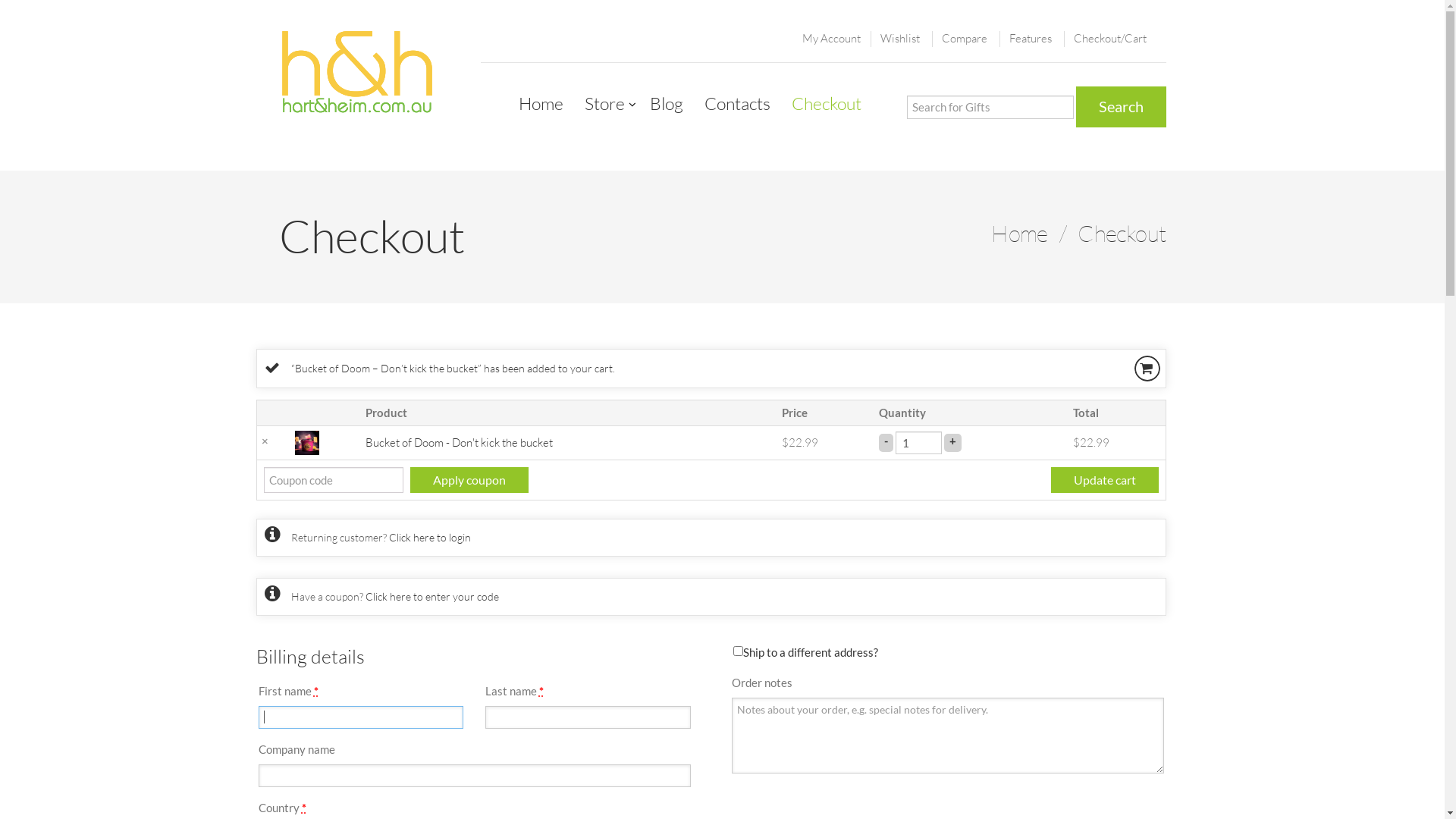  I want to click on 'View cart', so click(1147, 368).